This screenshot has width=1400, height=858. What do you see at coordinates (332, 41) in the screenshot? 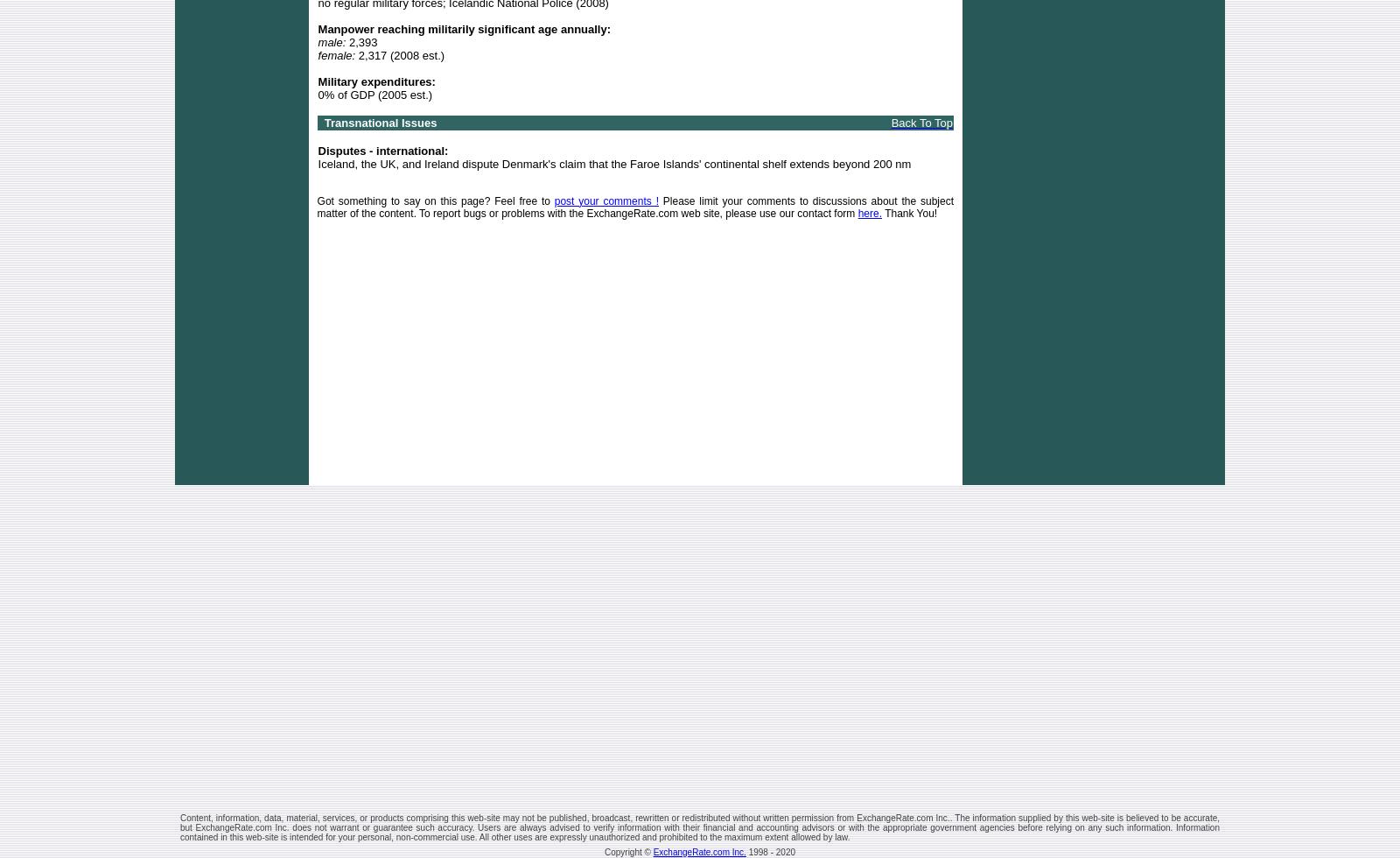
I see `'male:'` at bounding box center [332, 41].